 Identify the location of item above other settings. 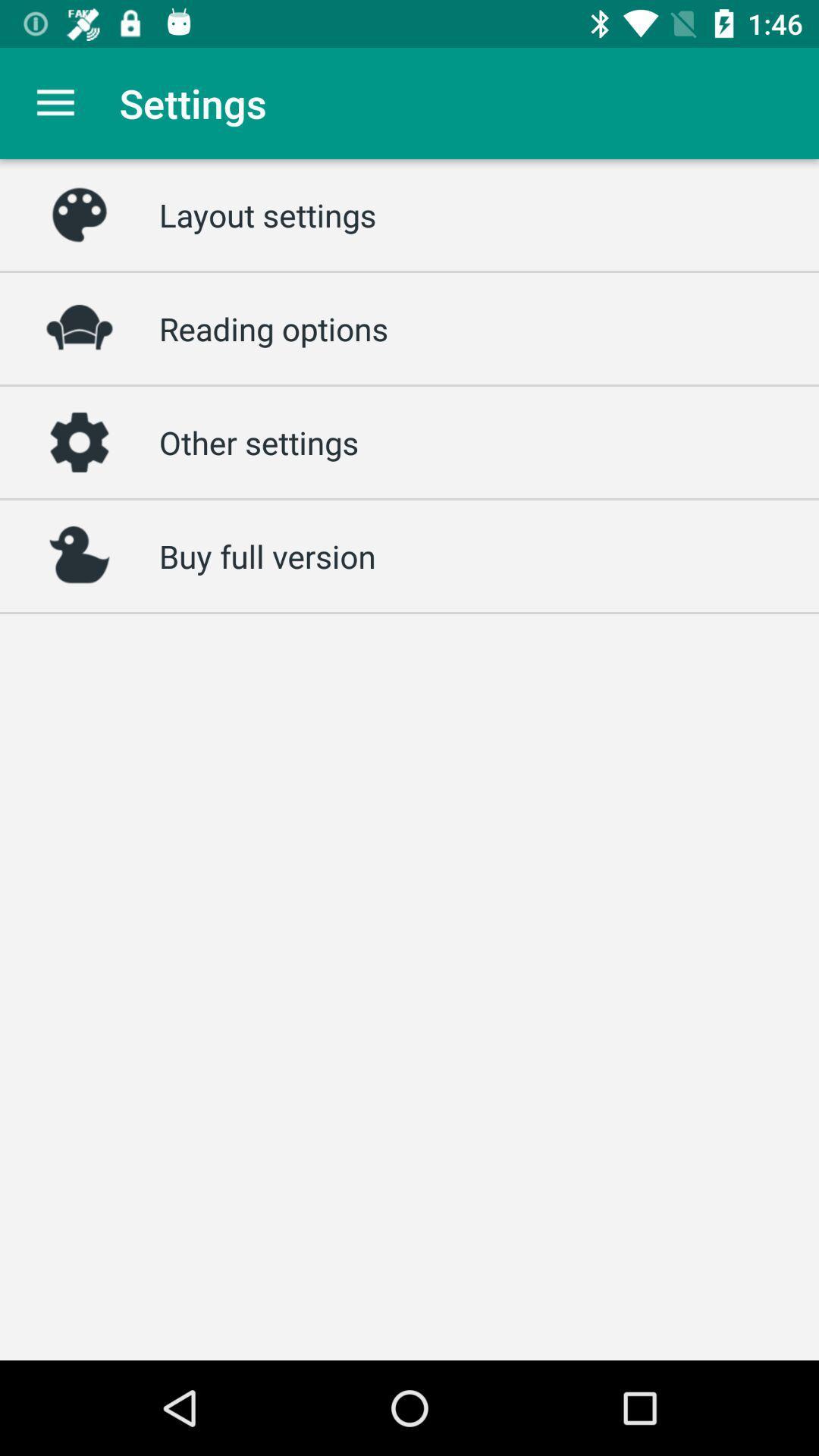
(274, 328).